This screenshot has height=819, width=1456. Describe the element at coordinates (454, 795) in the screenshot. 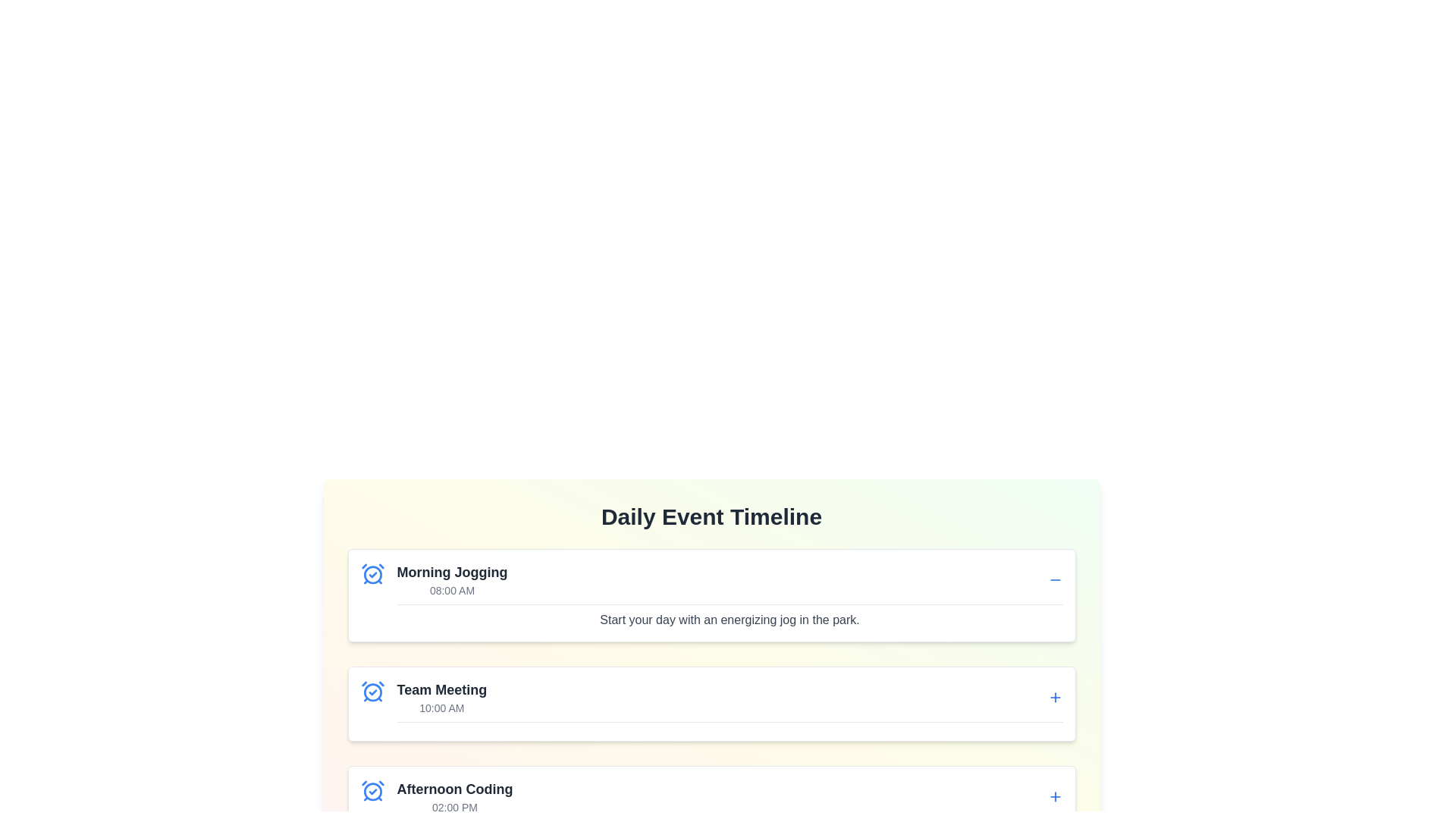

I see `the Event schedule entry that displays 'Afternoon Coding' in bold and '02:00 PM' in smaller gray font, located under the 'Daily Event Timeline' header` at that location.